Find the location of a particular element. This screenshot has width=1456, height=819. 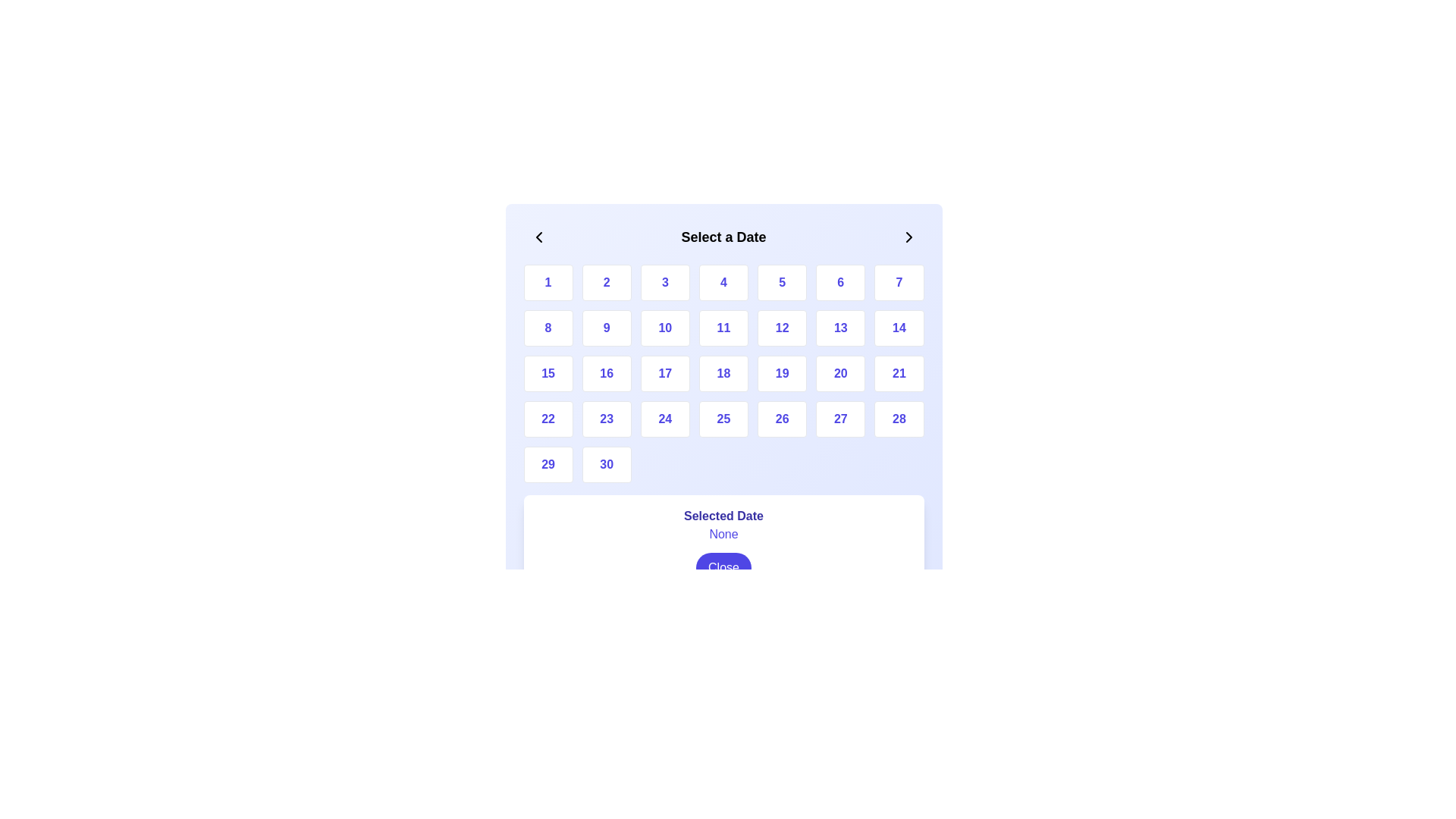

the button labeled '24' with a white background and indigo text, located in the fifth row and third column of a 7-column grid layout is located at coordinates (665, 419).